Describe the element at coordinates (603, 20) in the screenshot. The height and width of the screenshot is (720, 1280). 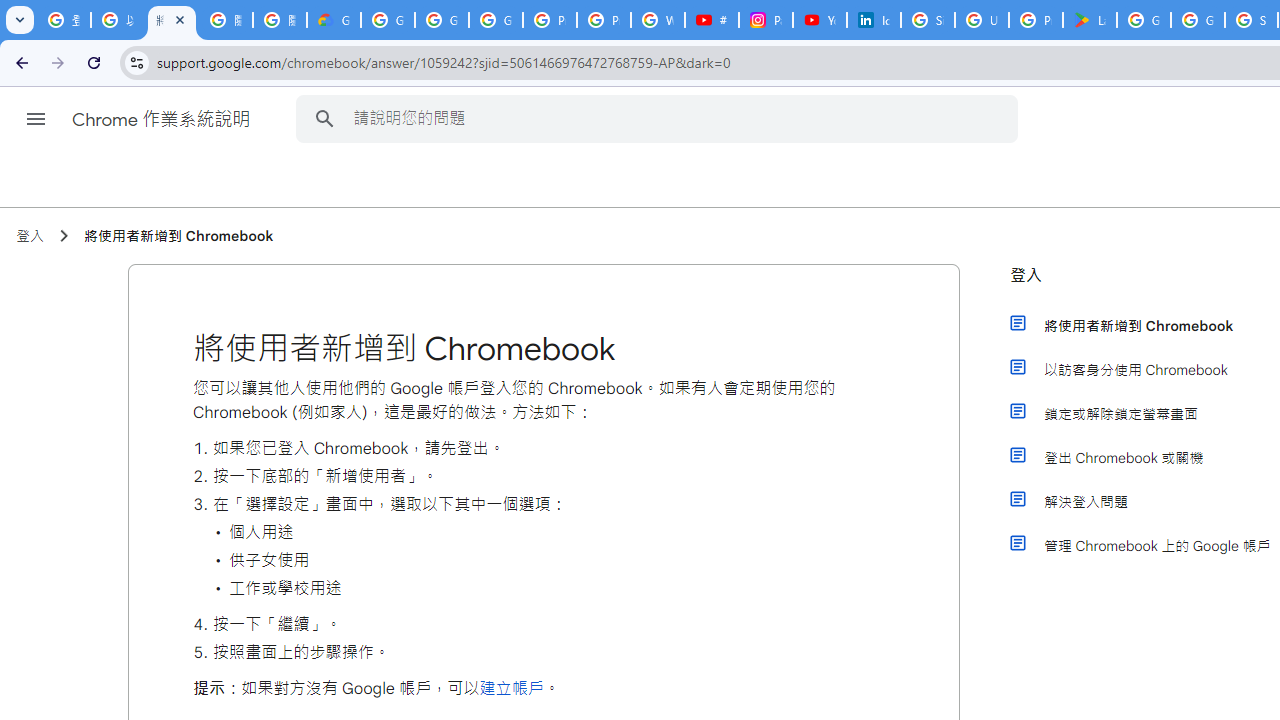
I see `'Privacy Help Center - Policies Help'` at that location.